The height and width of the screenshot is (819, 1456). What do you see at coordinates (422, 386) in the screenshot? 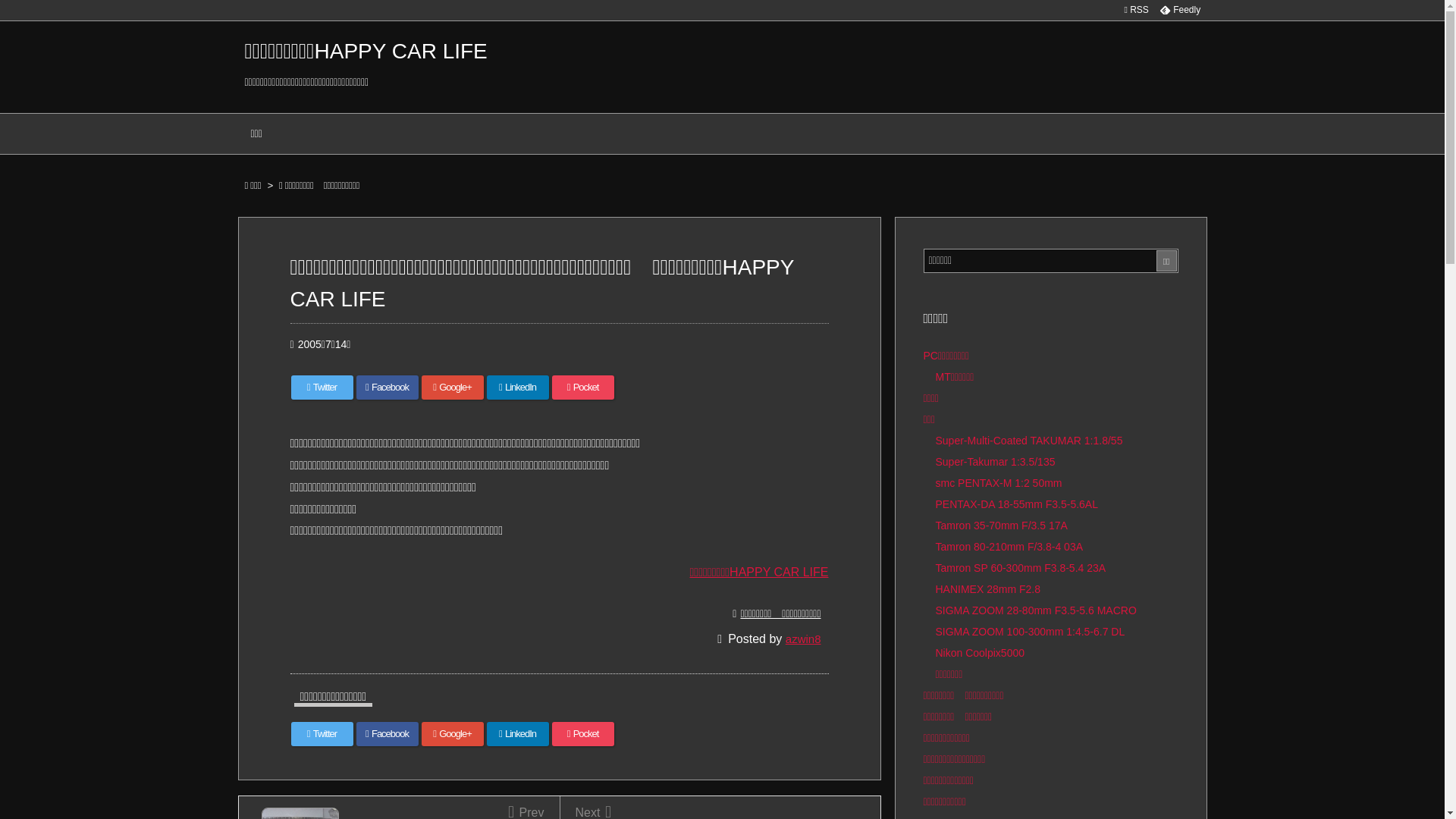
I see `' Google+'` at bounding box center [422, 386].